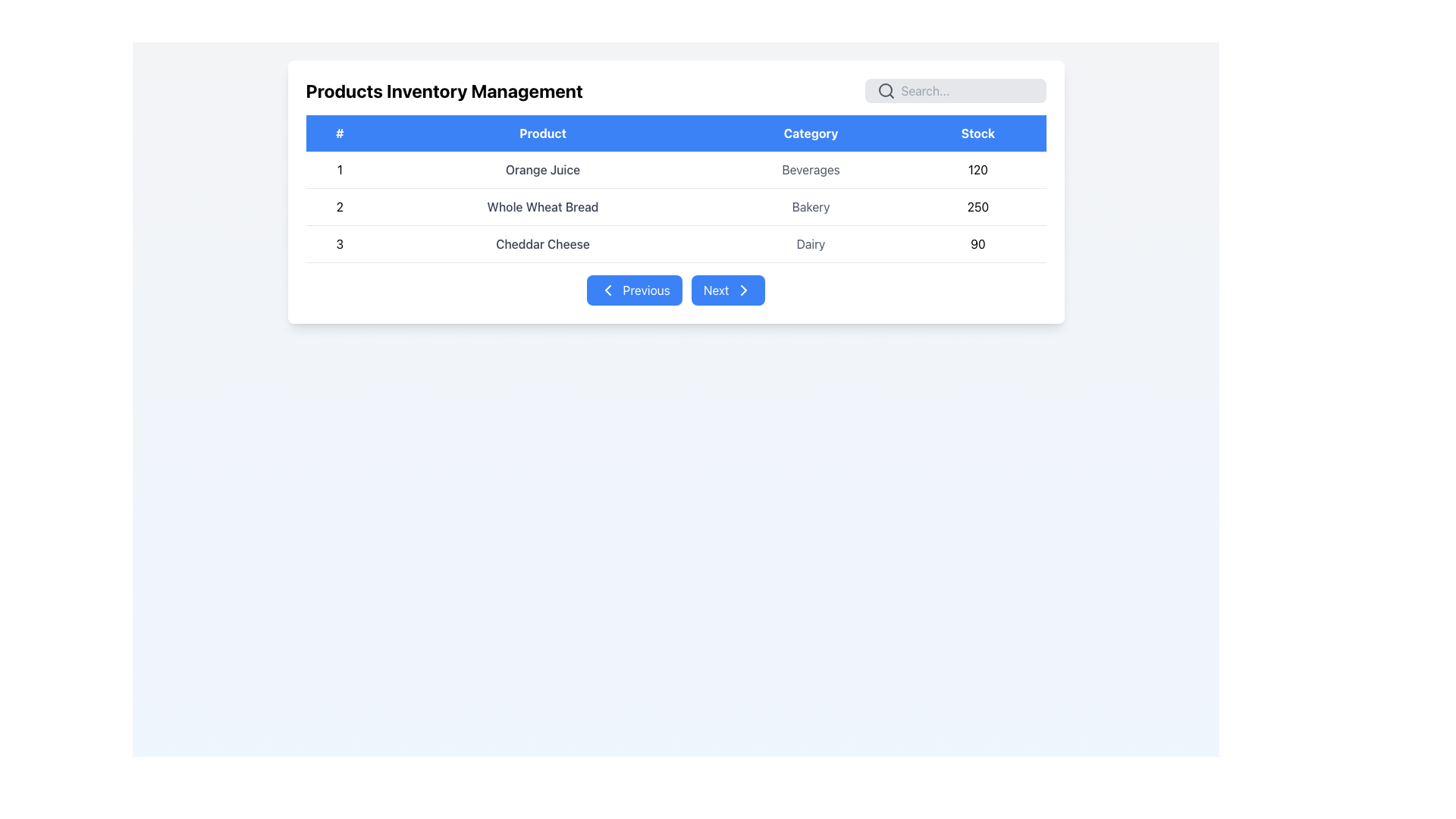 This screenshot has height=819, width=1456. Describe the element at coordinates (675, 207) in the screenshot. I see `the second row of the product table displaying 'Whole Wheat Bread'` at that location.